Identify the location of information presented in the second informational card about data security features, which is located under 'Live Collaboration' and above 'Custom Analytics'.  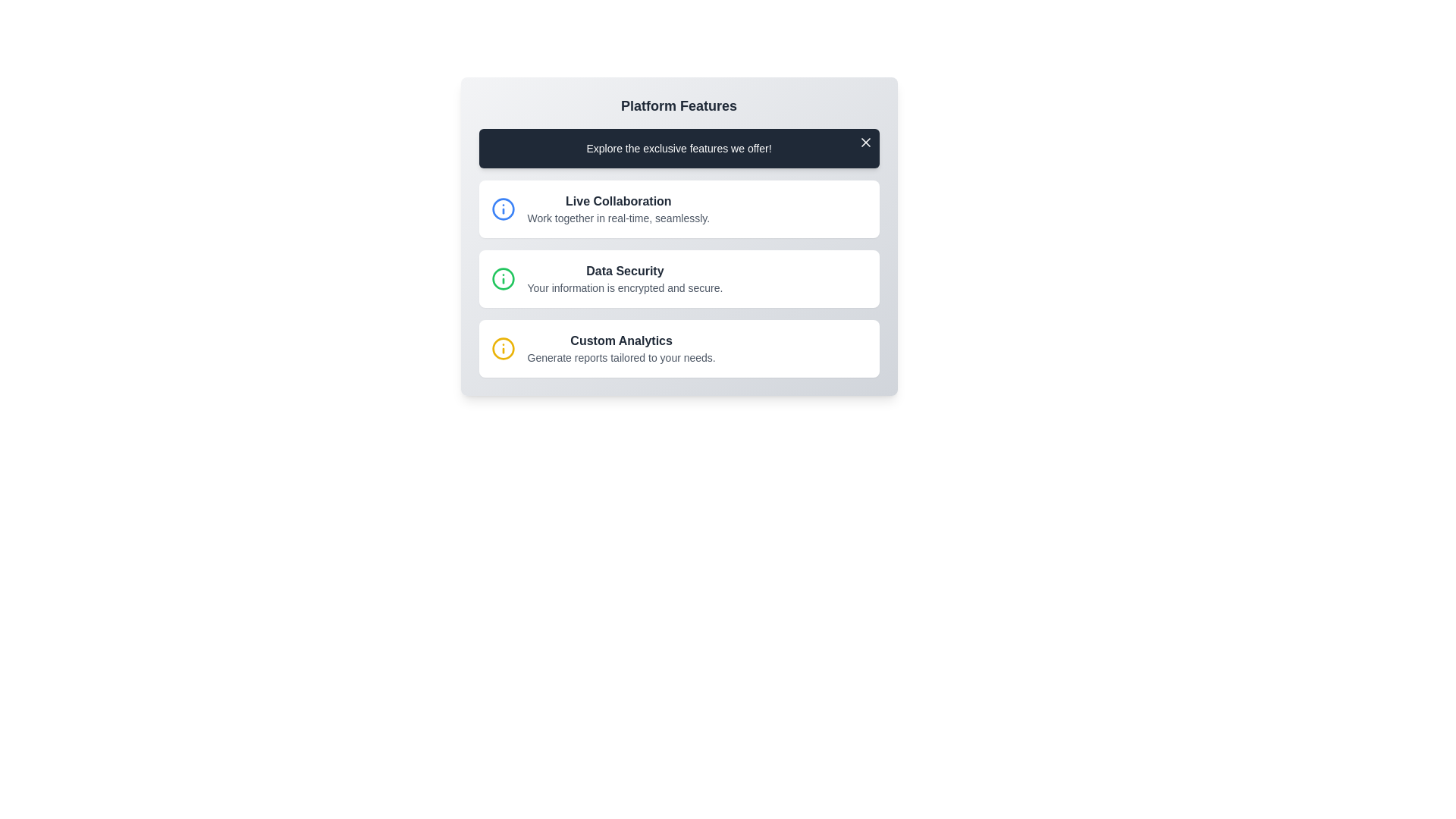
(678, 278).